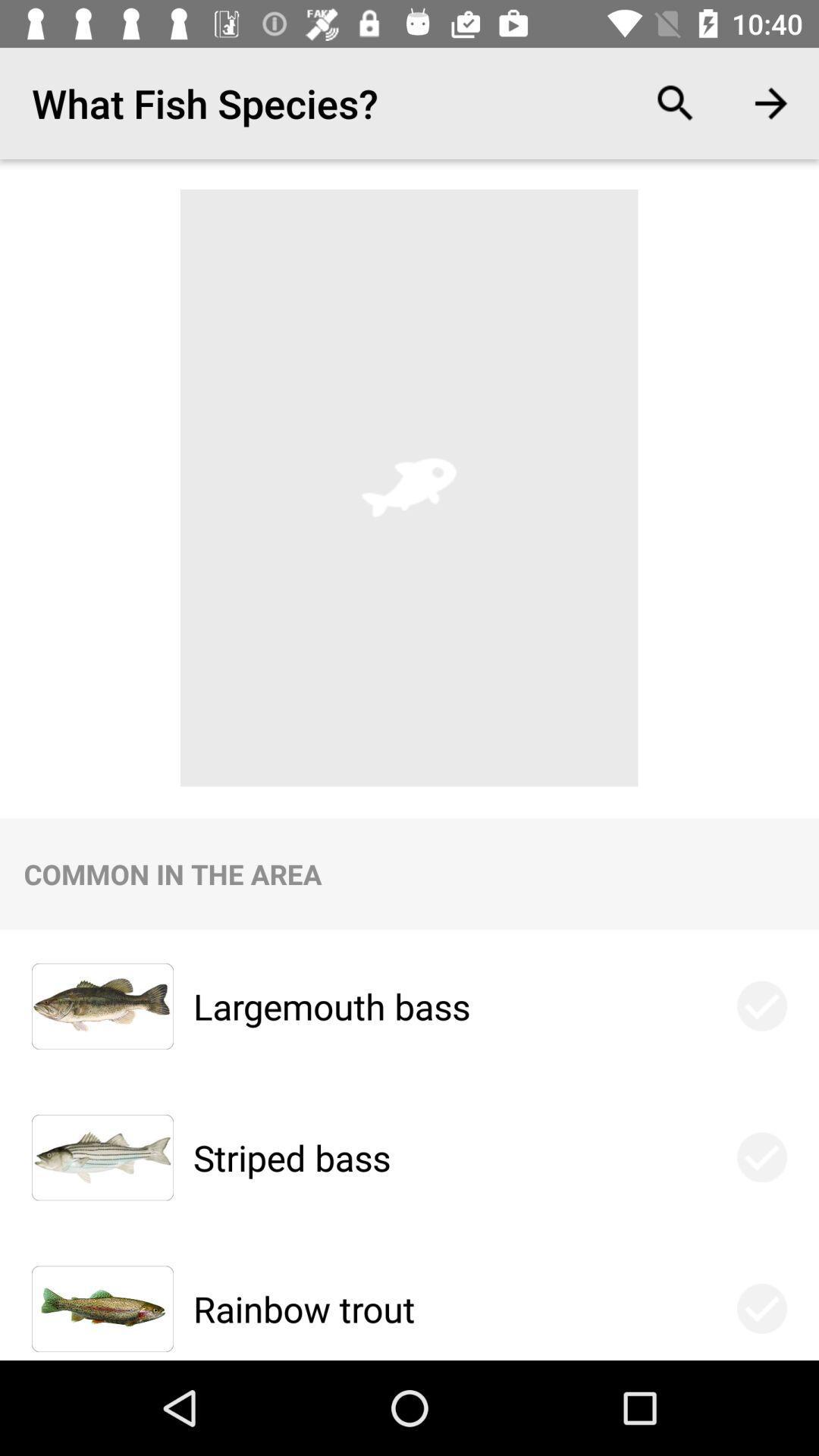 Image resolution: width=819 pixels, height=1456 pixels. What do you see at coordinates (675, 102) in the screenshot?
I see `item above the largemouth bass icon` at bounding box center [675, 102].